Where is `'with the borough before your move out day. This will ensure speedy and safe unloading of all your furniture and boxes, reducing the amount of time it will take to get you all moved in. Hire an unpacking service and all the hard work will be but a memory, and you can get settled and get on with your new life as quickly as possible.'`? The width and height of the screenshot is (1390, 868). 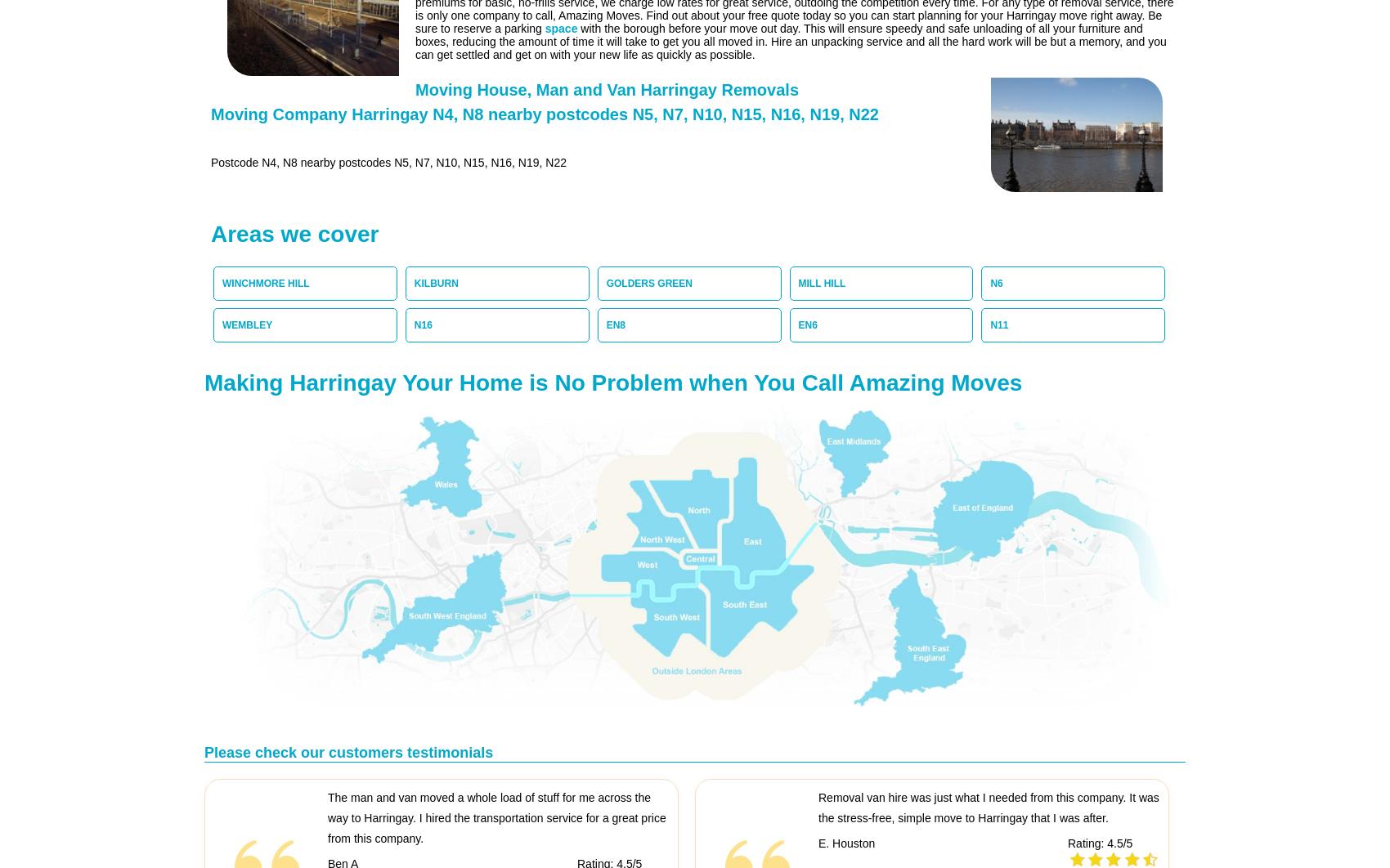 'with the borough before your move out day. This will ensure speedy and safe unloading of all your furniture and boxes, reducing the amount of time it will take to get you all moved in. Hire an unpacking service and all the hard work will be but a memory, and you can get settled and get on with your new life as quickly as possible.' is located at coordinates (789, 41).